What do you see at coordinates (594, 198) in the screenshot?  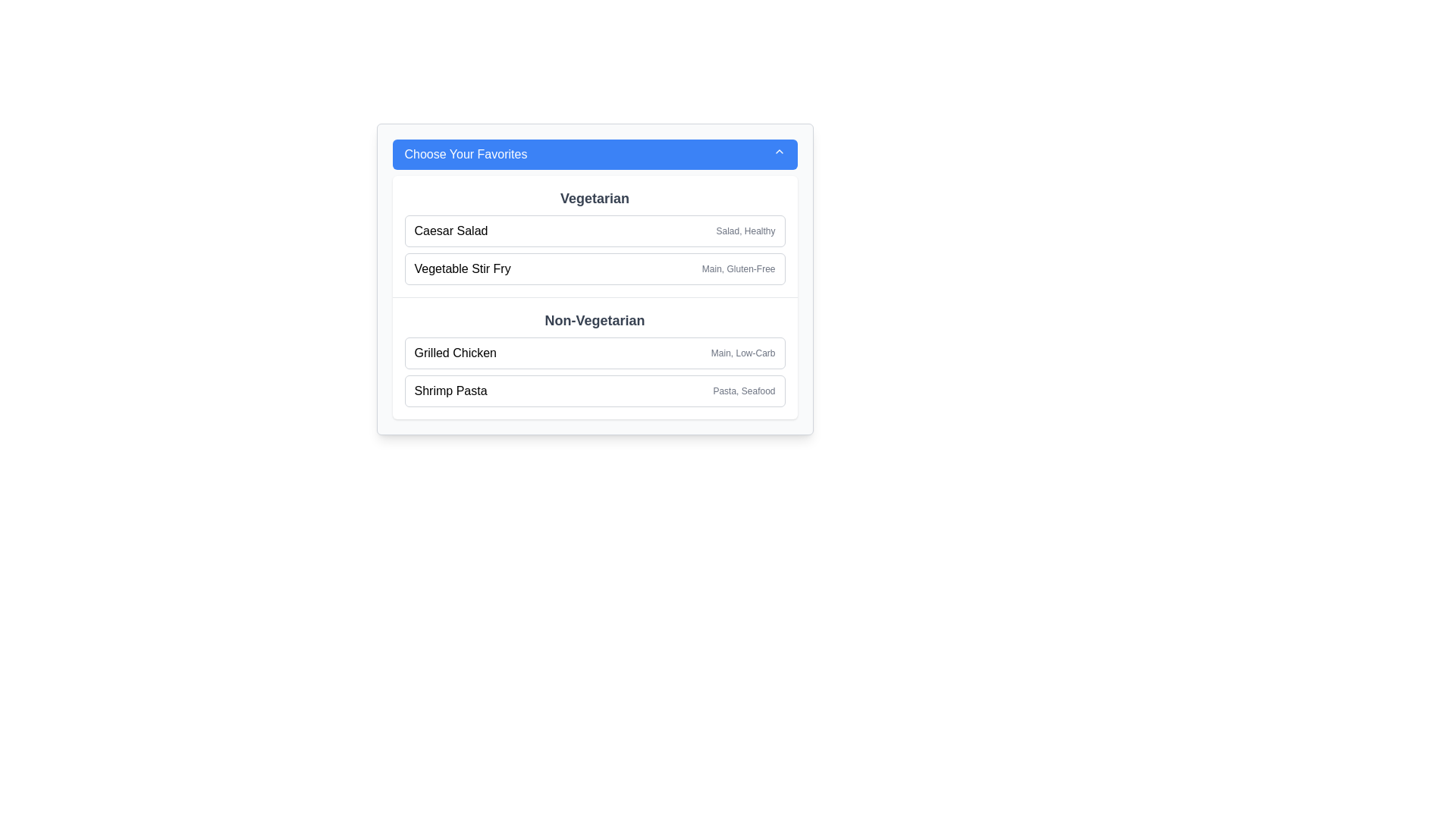 I see `the Text label indicating 'Vegetarian Dishes', which is located below 'Choose Your Favorites' and above 'Caesar Salad' and 'Vegetable Stir Fry'` at bounding box center [594, 198].